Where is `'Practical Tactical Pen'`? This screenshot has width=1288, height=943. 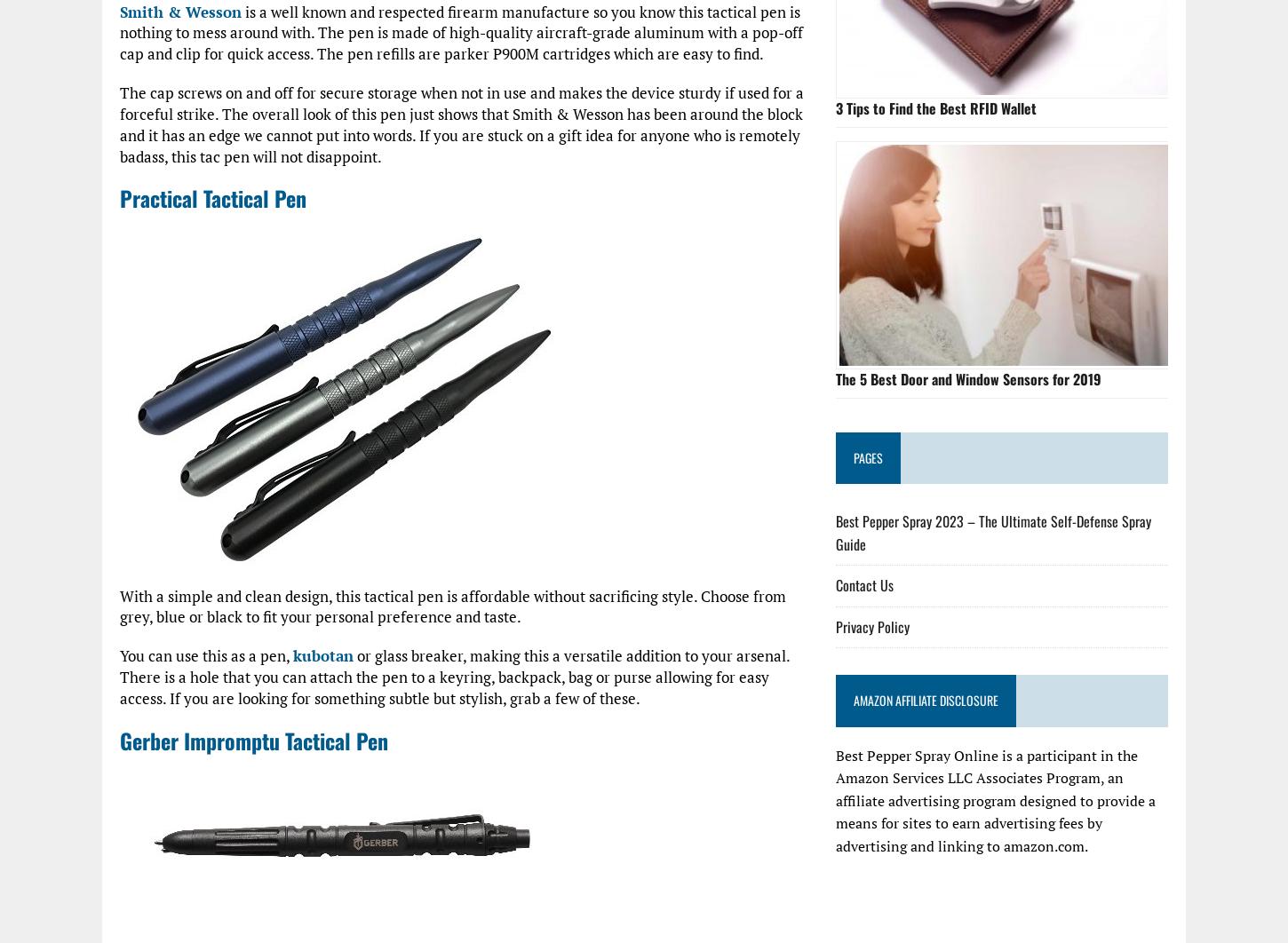
'Practical Tactical Pen' is located at coordinates (211, 198).